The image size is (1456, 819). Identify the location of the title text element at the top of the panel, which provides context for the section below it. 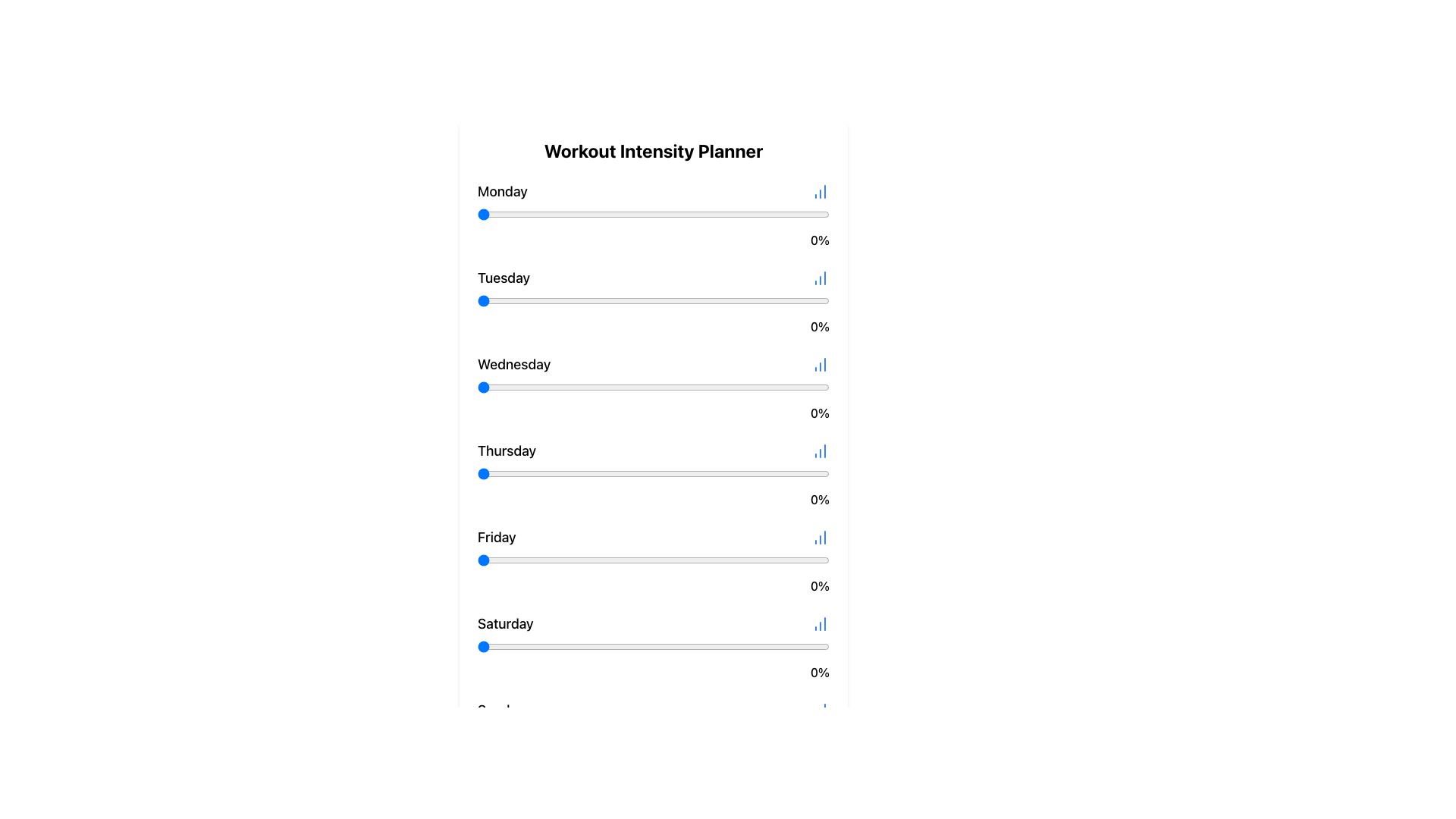
(654, 151).